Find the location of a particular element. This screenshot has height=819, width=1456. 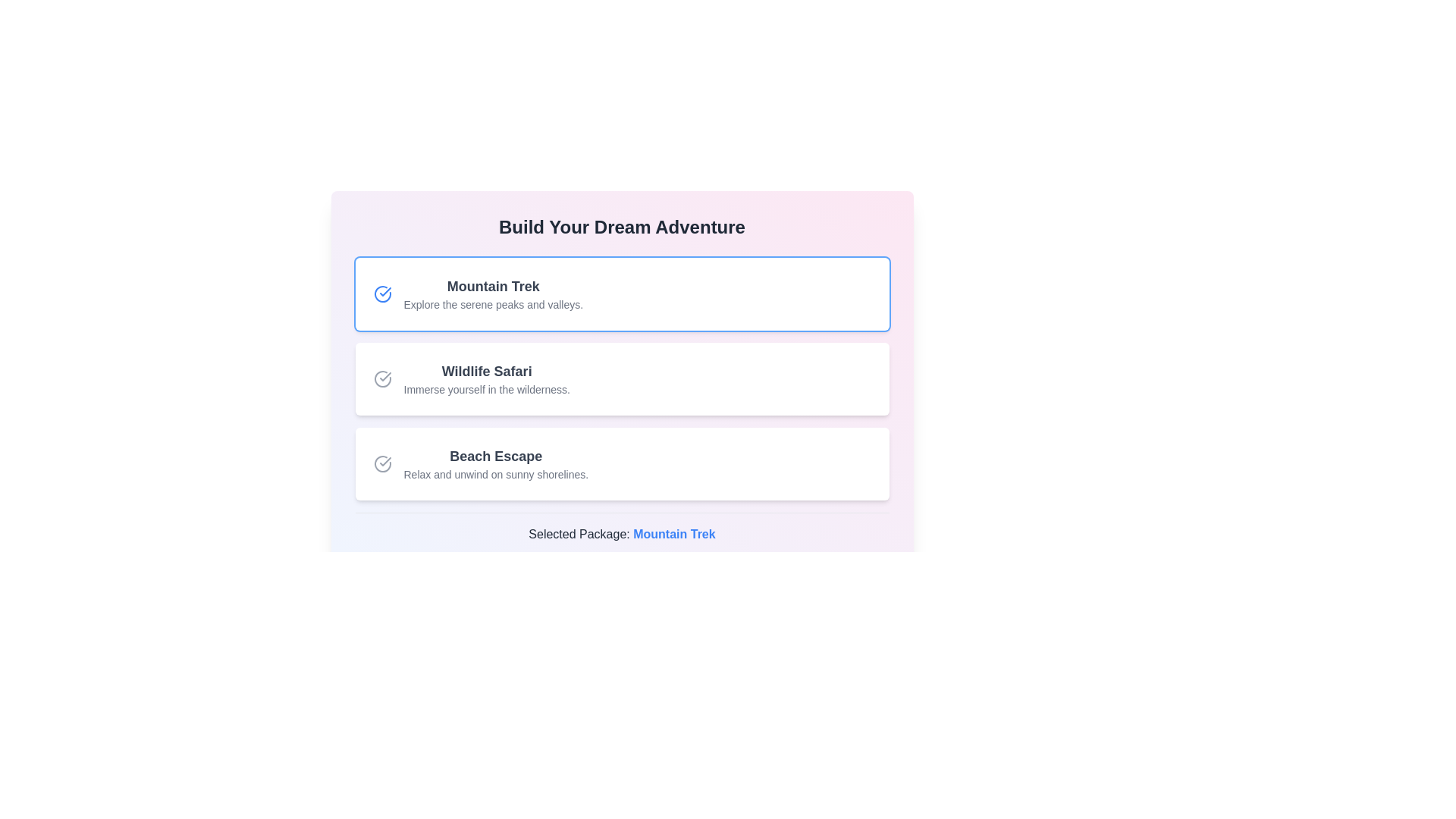

the Text label that serves as the title for the third card in the vertical list of options is located at coordinates (496, 455).